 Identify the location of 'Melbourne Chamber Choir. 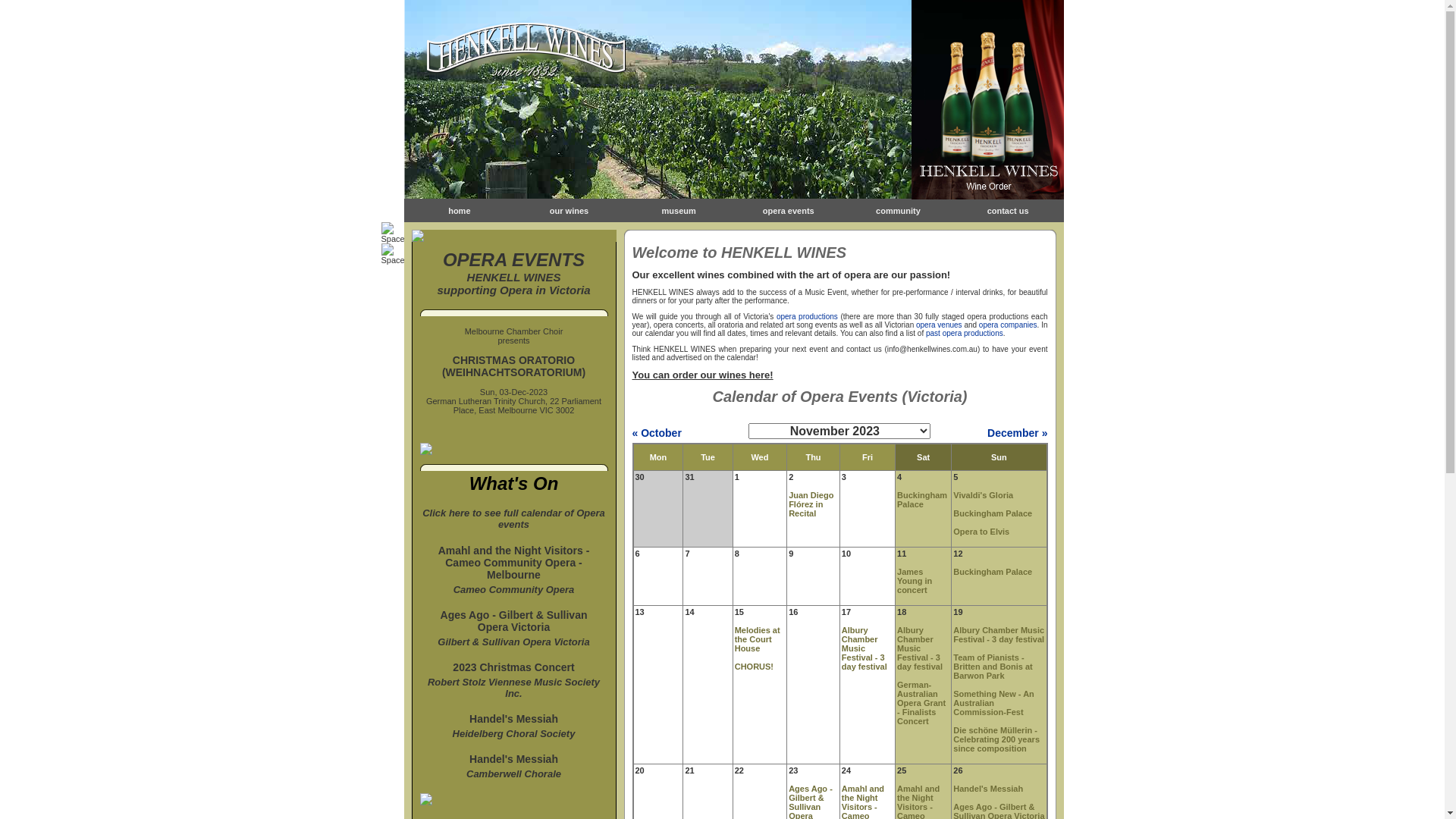
(513, 335).